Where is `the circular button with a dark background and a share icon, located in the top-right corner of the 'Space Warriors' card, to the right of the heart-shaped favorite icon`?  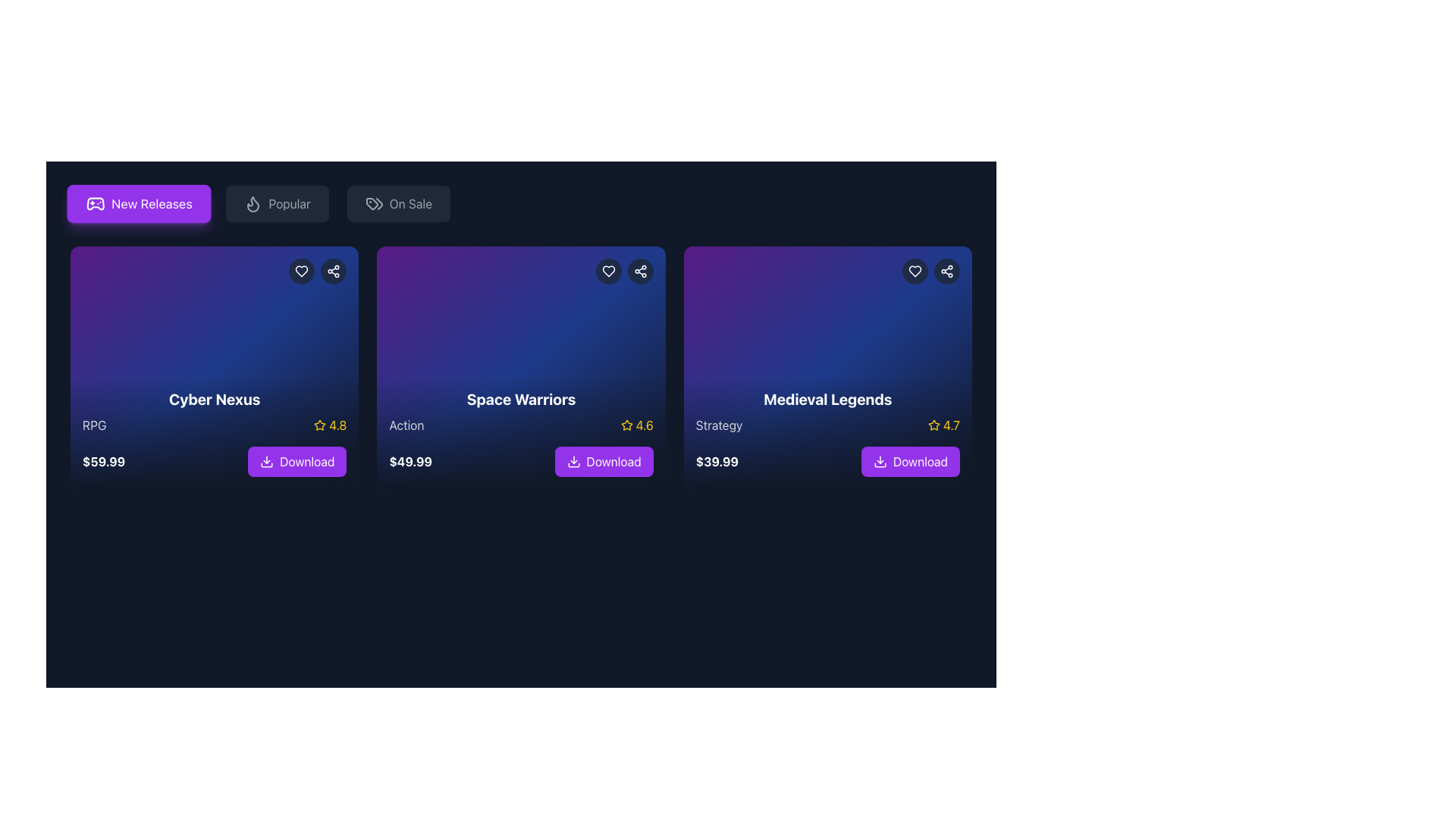 the circular button with a dark background and a share icon, located in the top-right corner of the 'Space Warriors' card, to the right of the heart-shaped favorite icon is located at coordinates (640, 271).